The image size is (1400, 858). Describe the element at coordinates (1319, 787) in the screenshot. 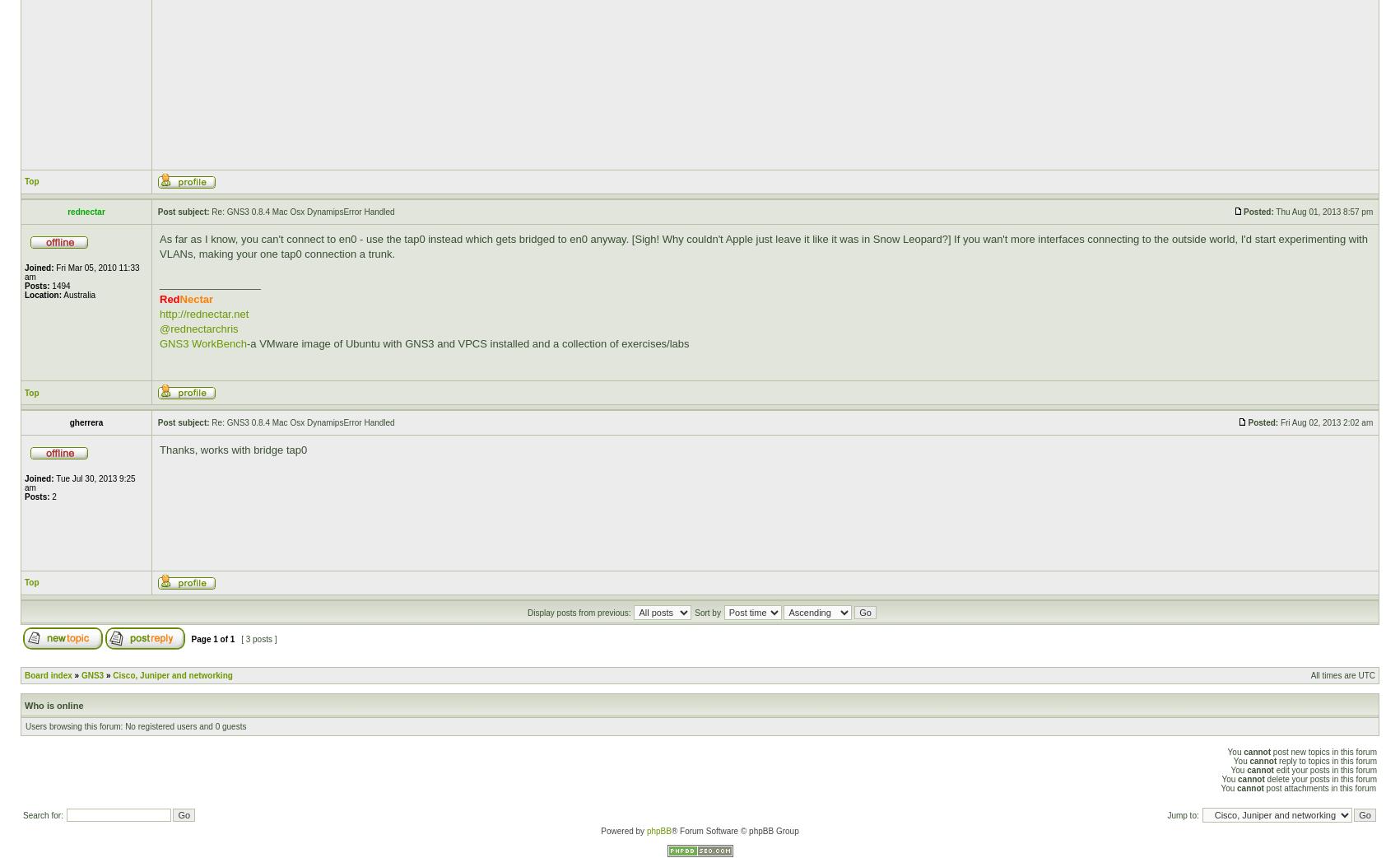

I see `'post attachments in this forum'` at that location.